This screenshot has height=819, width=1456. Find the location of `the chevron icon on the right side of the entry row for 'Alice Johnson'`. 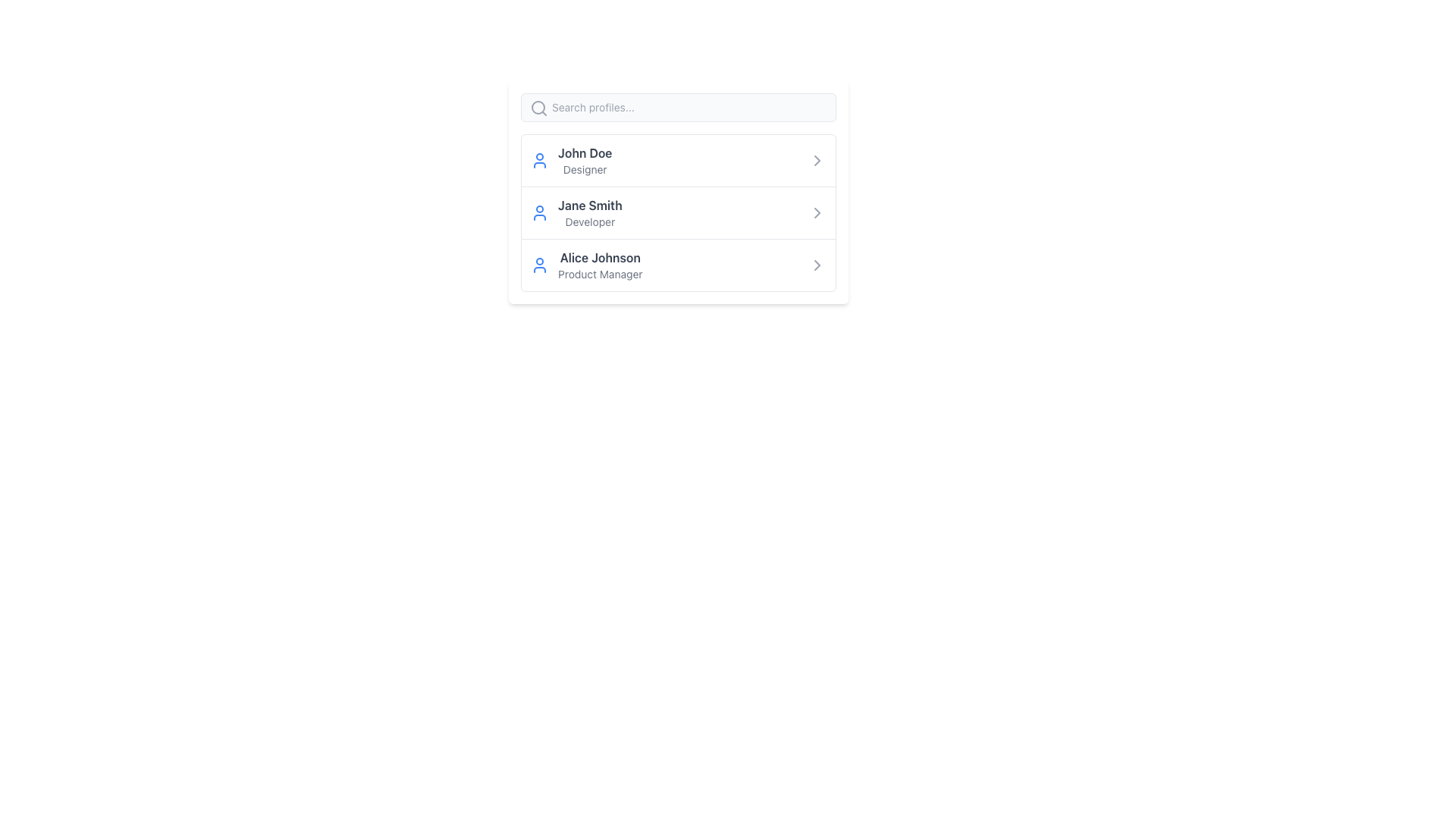

the chevron icon on the right side of the entry row for 'Alice Johnson' is located at coordinates (817, 265).